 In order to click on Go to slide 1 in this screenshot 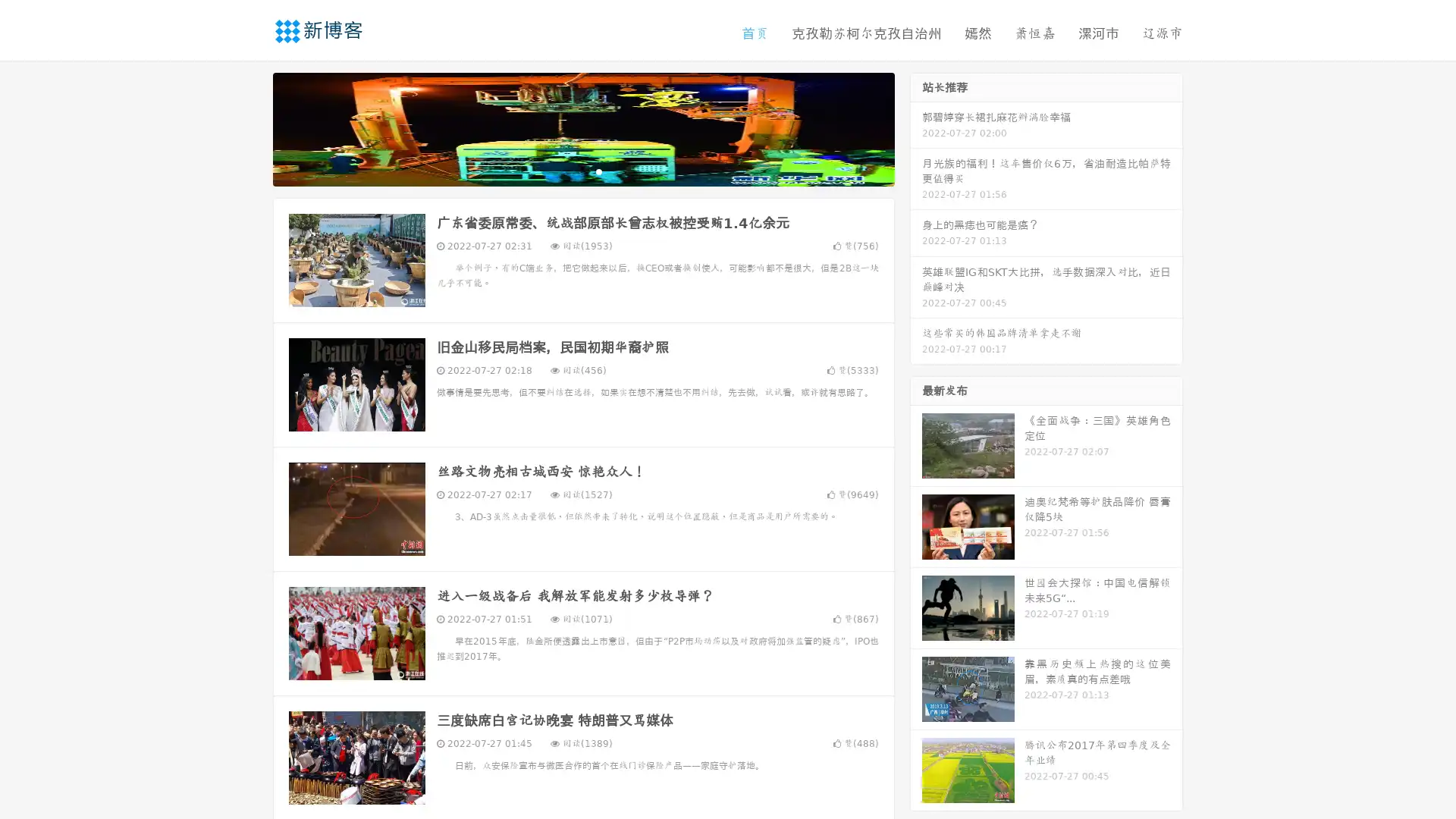, I will do `click(567, 171)`.